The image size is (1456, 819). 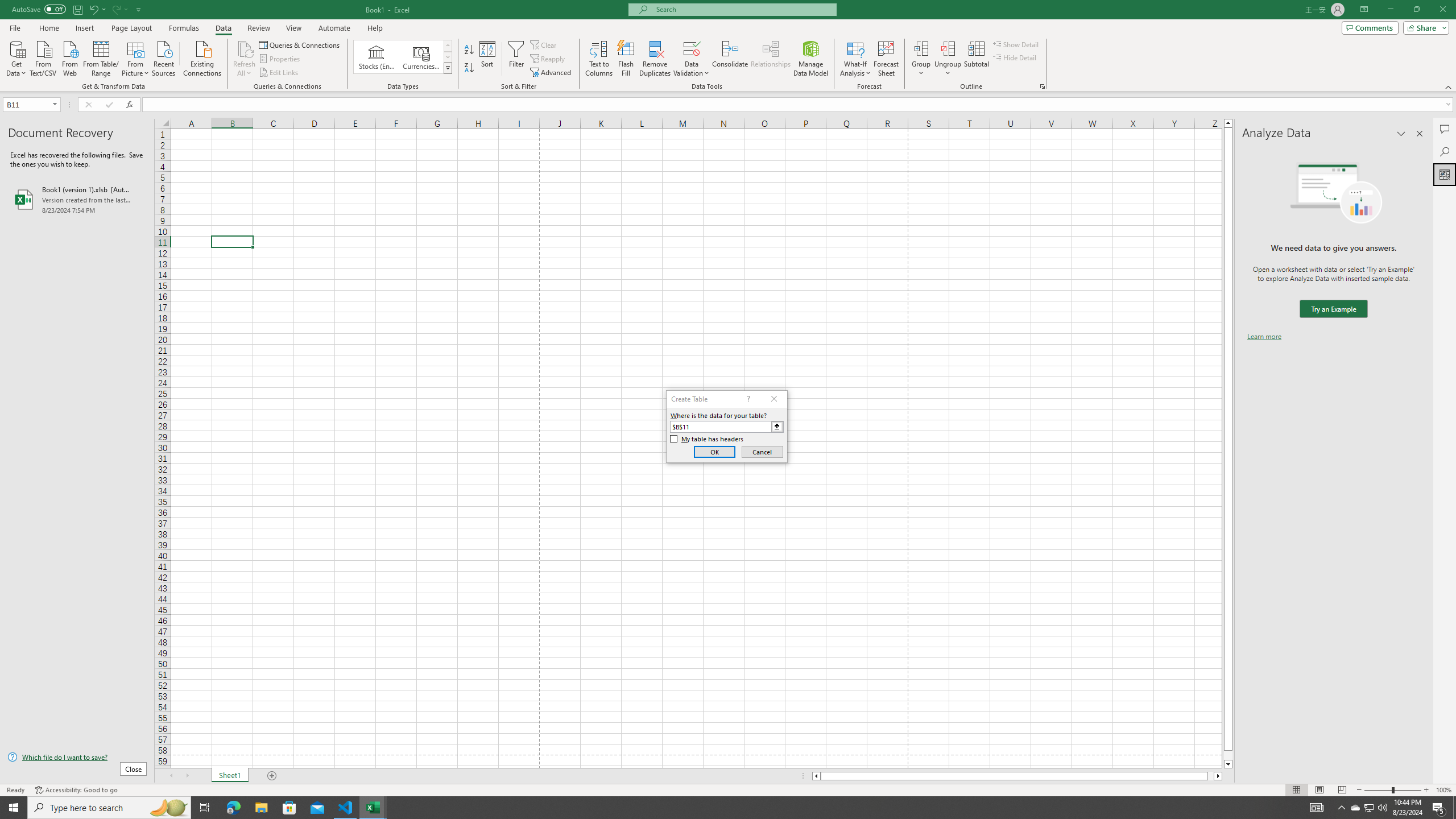 What do you see at coordinates (948, 48) in the screenshot?
I see `'Ungroup...'` at bounding box center [948, 48].